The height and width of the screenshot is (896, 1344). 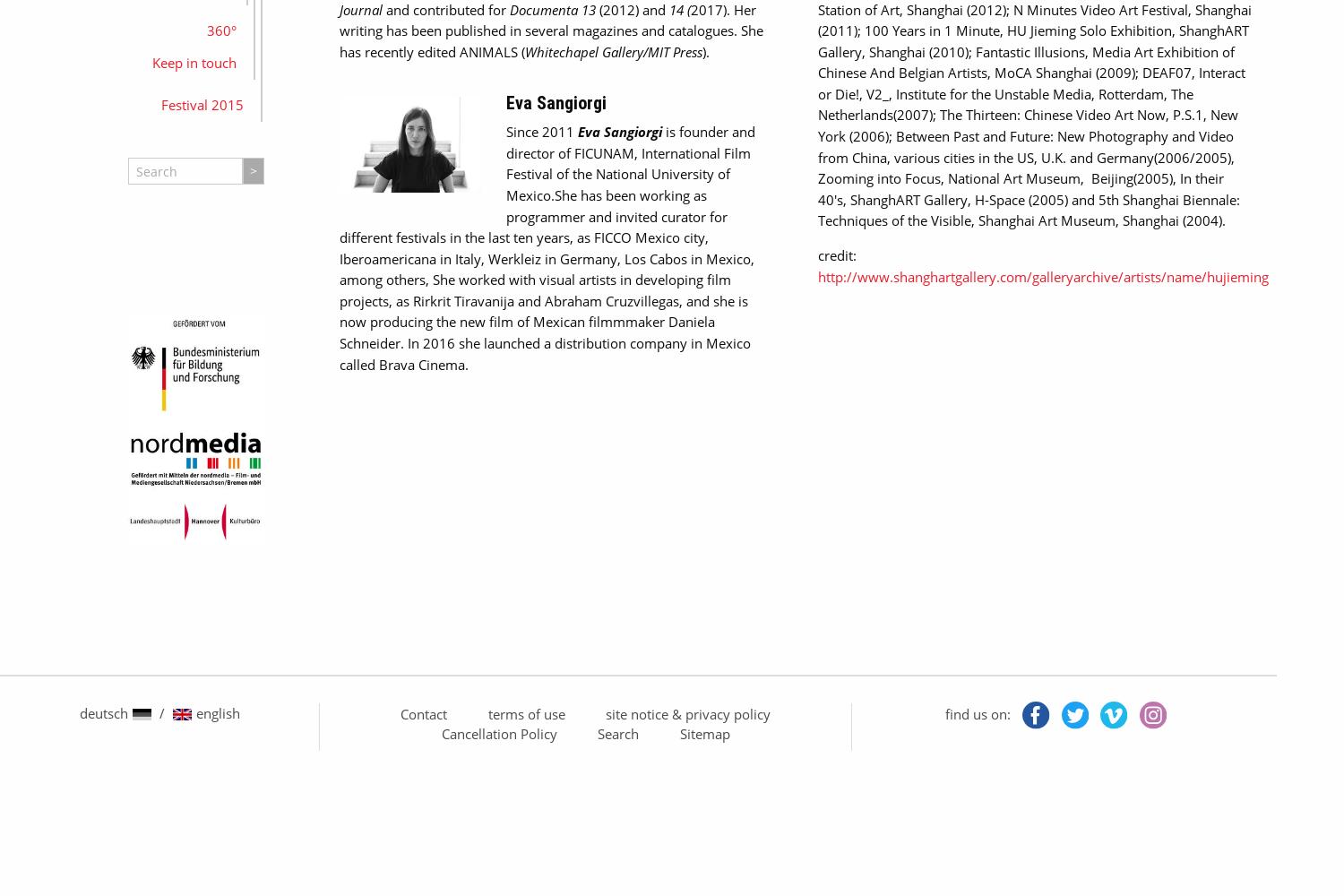 What do you see at coordinates (206, 30) in the screenshot?
I see `'360°'` at bounding box center [206, 30].